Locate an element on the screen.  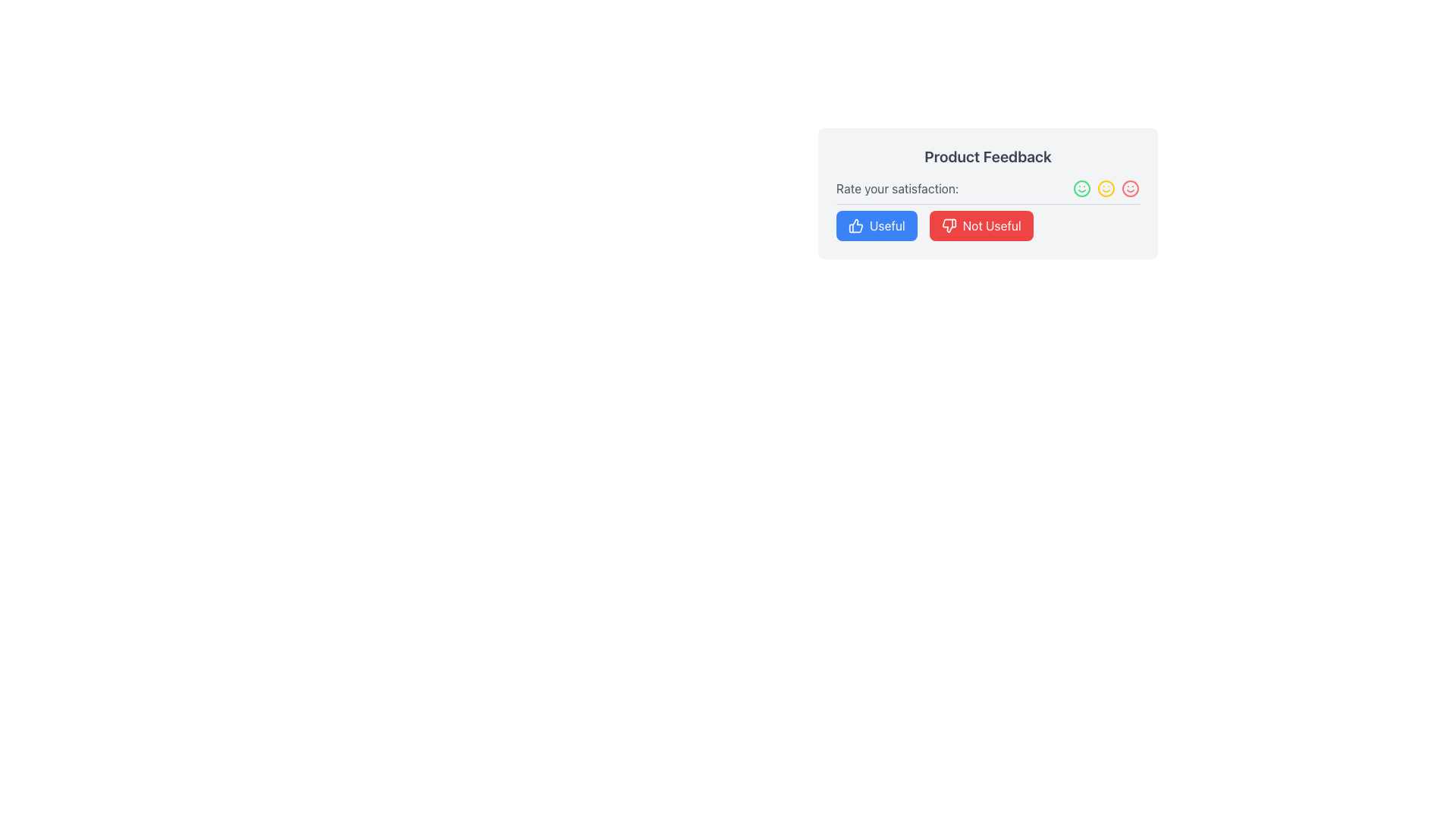
the first button below the 'Rate your satisfaction' text to indicate positive feedback is located at coordinates (877, 225).